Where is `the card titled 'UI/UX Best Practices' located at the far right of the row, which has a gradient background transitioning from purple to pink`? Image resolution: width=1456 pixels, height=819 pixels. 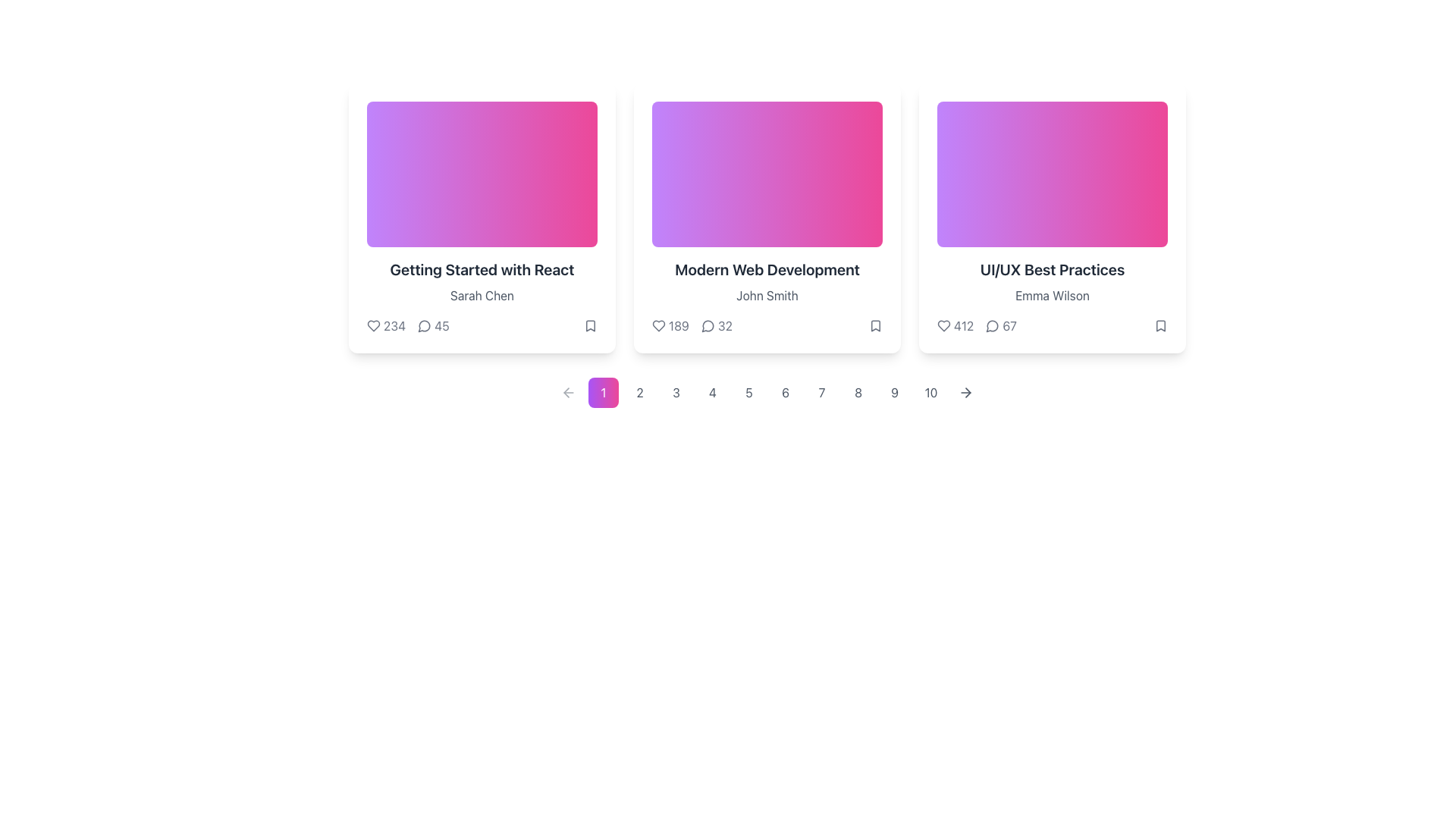
the card titled 'UI/UX Best Practices' located at the far right of the row, which has a gradient background transitioning from purple to pink is located at coordinates (1051, 218).